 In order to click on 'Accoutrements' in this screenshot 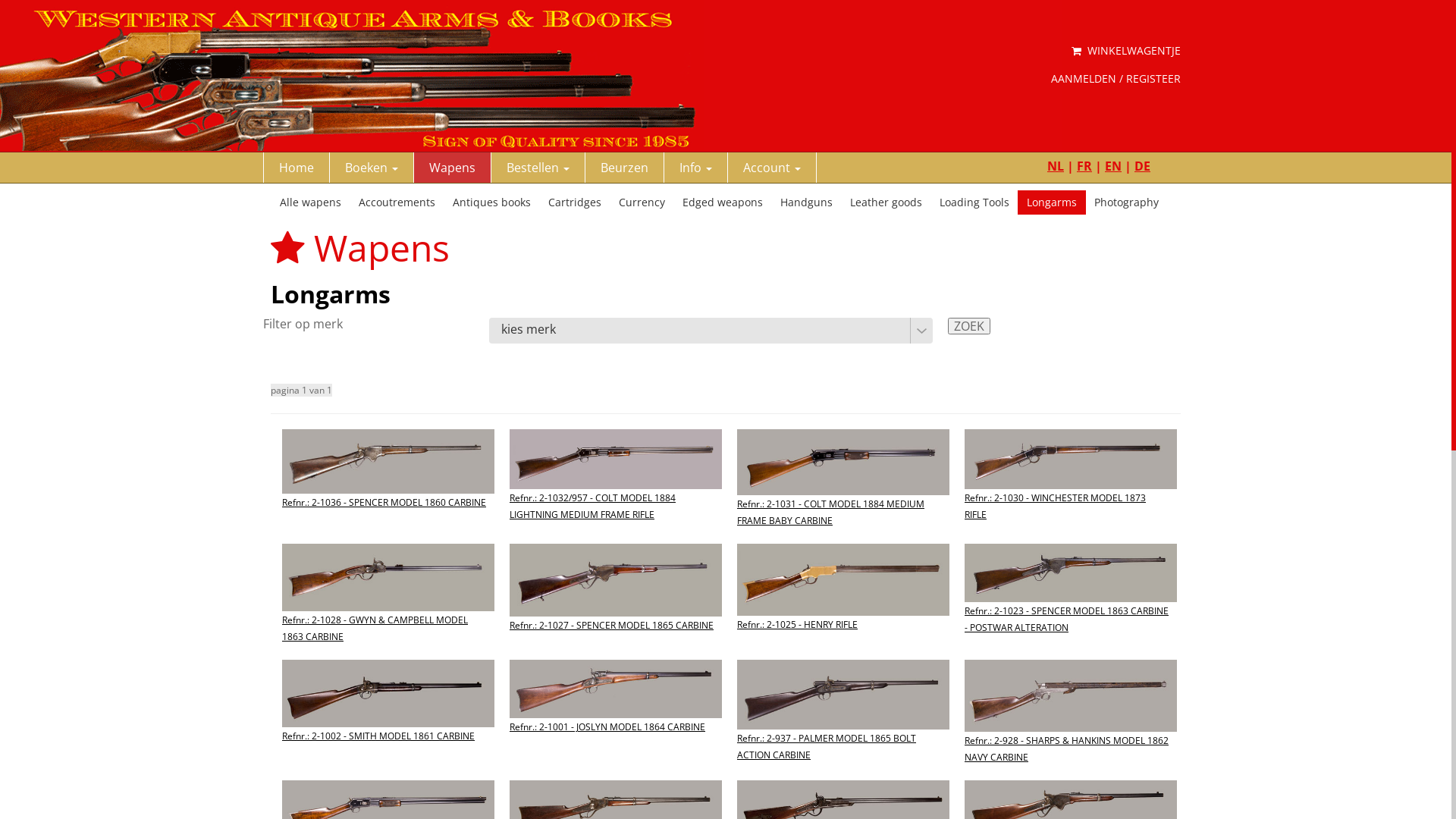, I will do `click(397, 201)`.